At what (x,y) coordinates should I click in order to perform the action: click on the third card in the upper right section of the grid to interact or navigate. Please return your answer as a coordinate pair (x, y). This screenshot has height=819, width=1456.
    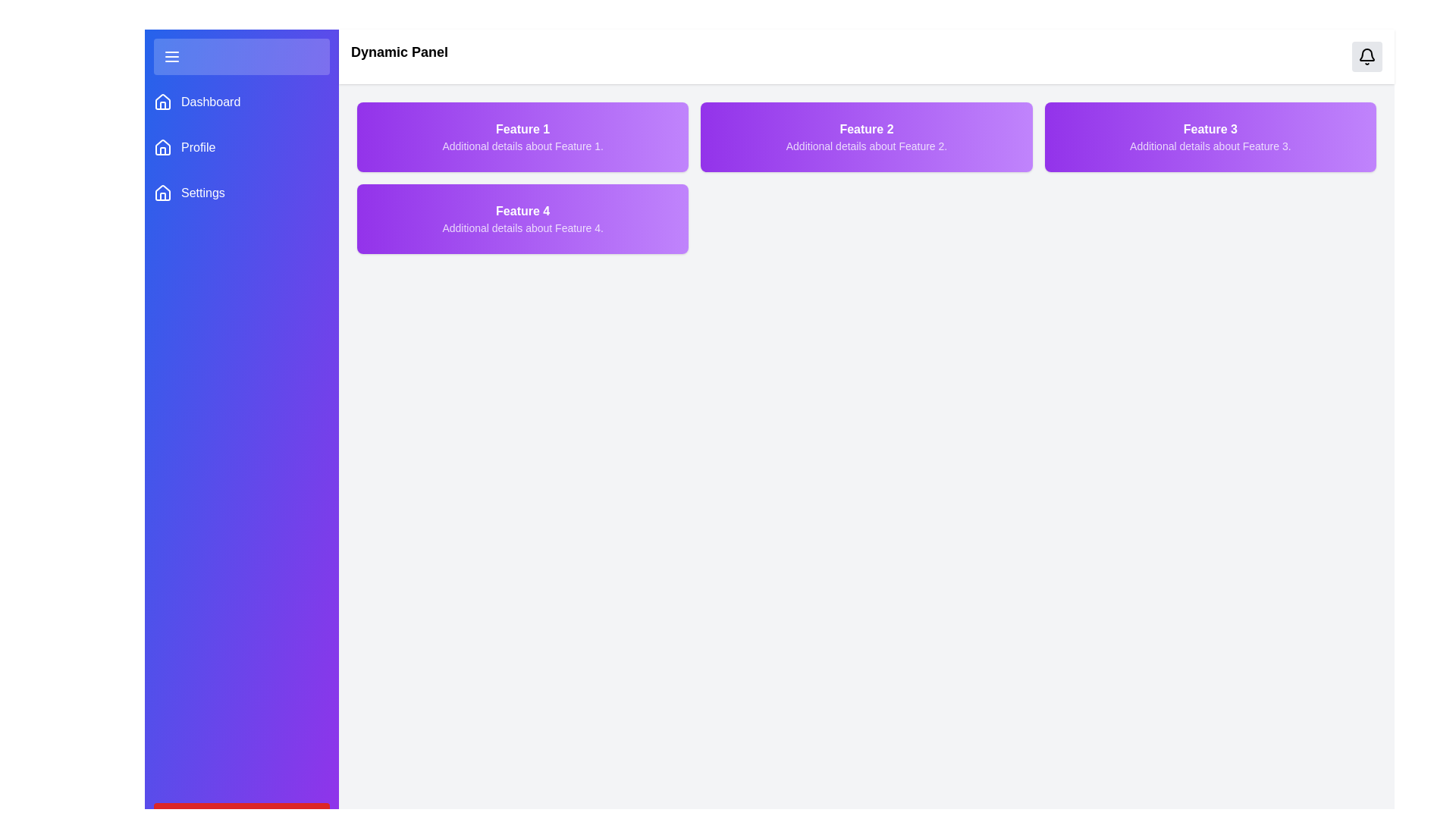
    Looking at the image, I should click on (1210, 137).